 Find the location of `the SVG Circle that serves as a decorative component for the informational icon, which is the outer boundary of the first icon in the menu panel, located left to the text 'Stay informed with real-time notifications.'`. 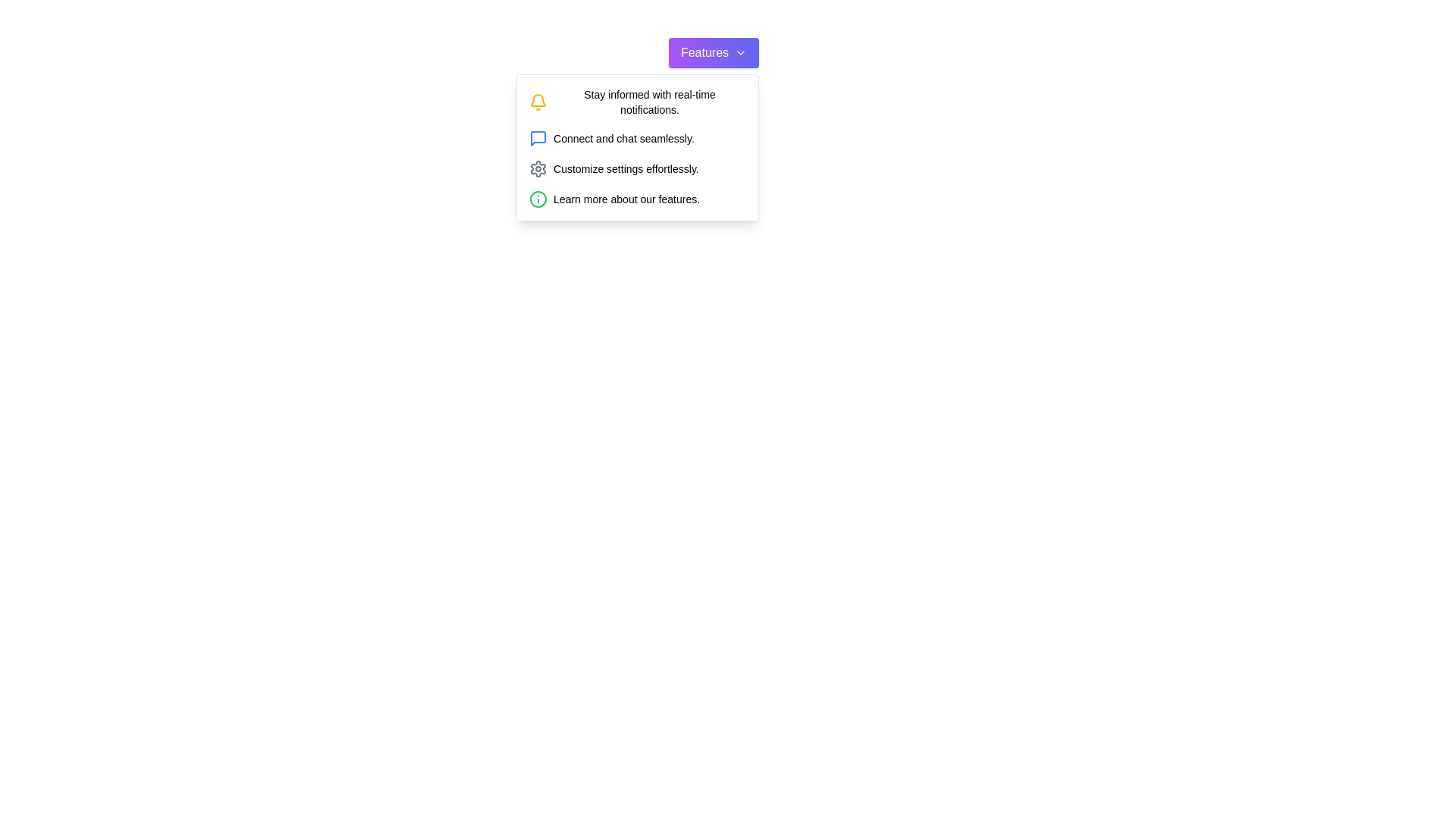

the SVG Circle that serves as a decorative component for the informational icon, which is the outer boundary of the first icon in the menu panel, located left to the text 'Stay informed with real-time notifications.' is located at coordinates (538, 198).